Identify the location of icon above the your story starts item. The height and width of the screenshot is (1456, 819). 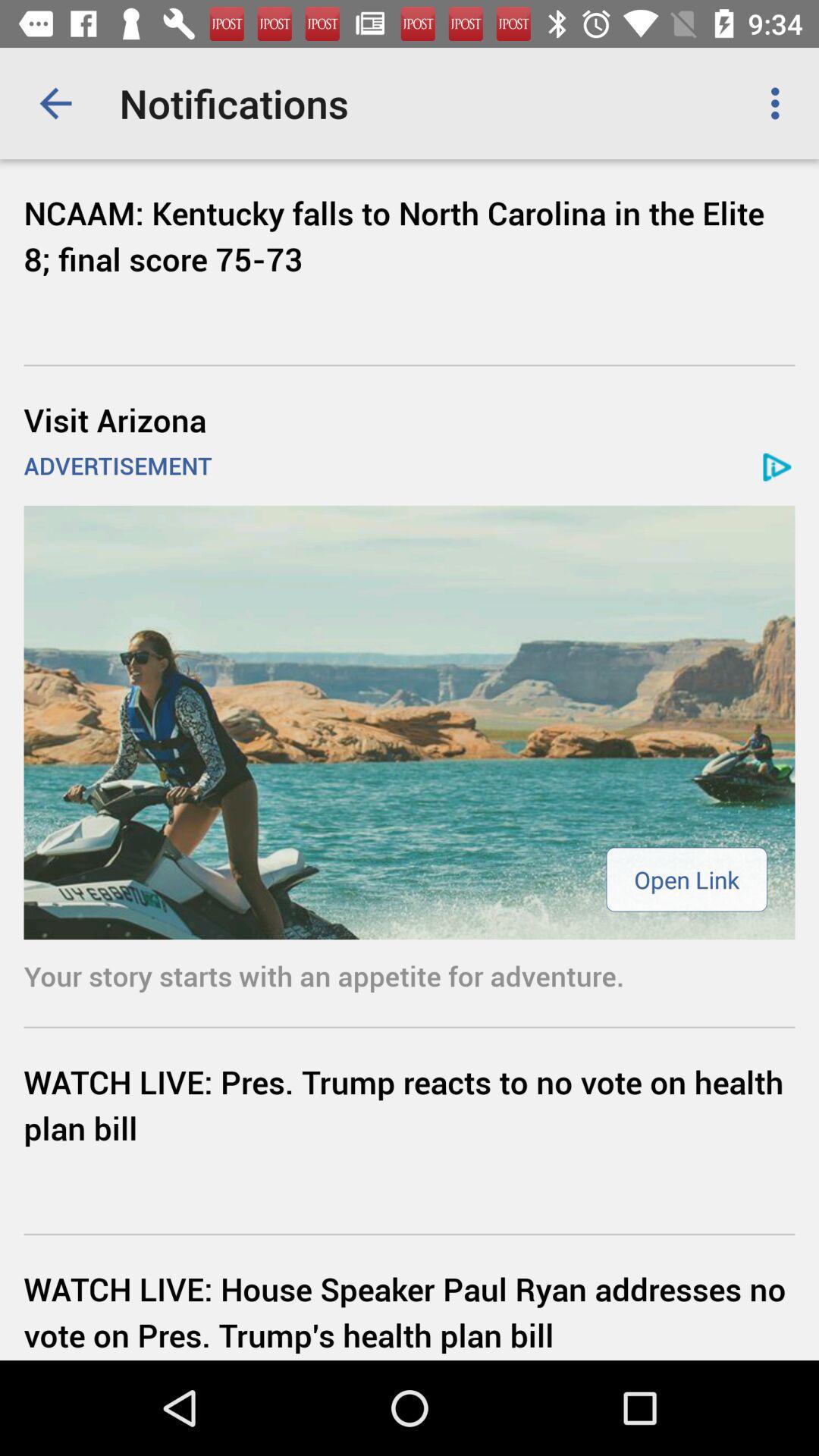
(409, 721).